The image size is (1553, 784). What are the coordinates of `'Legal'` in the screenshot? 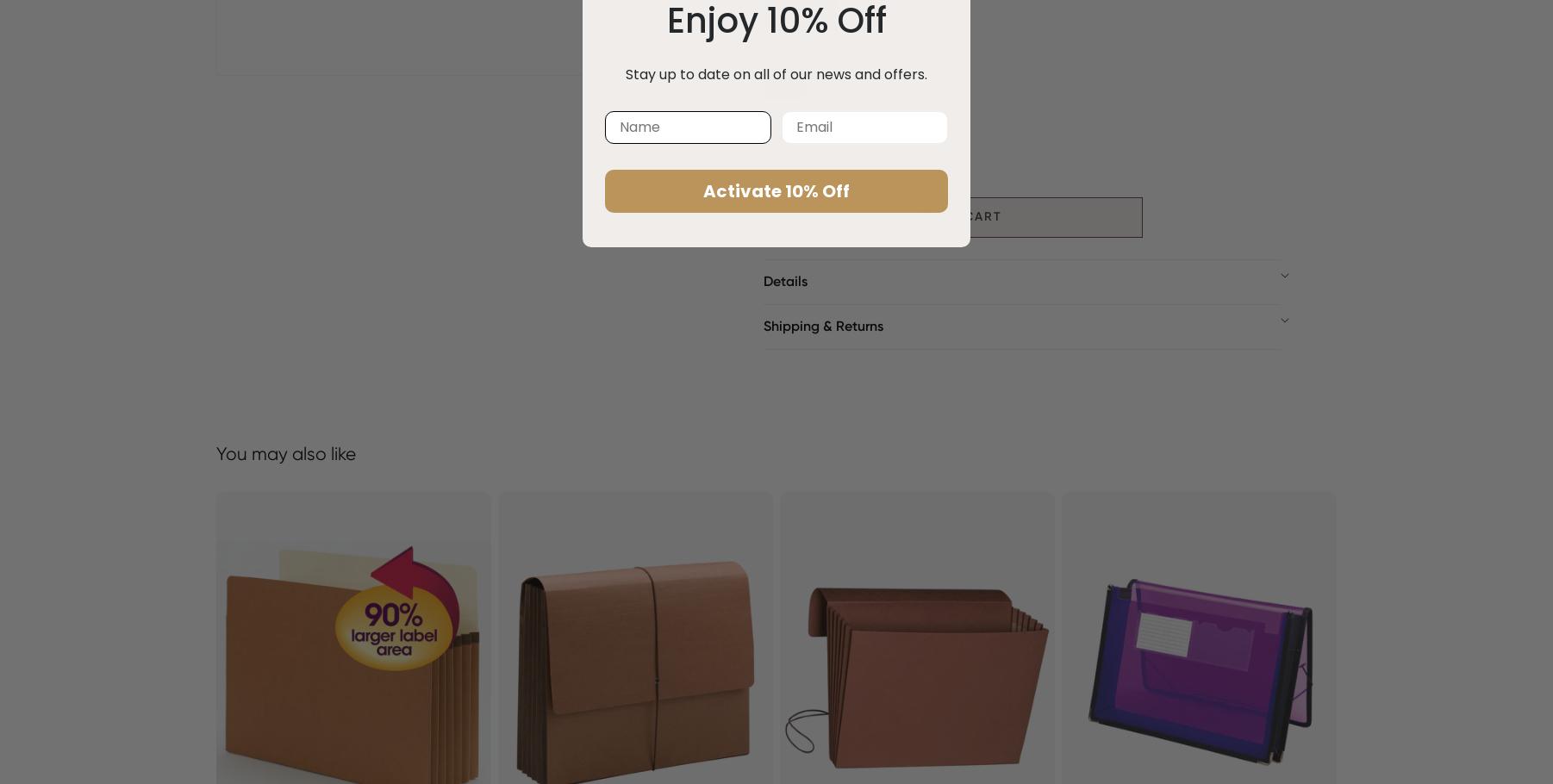 It's located at (881, 15).